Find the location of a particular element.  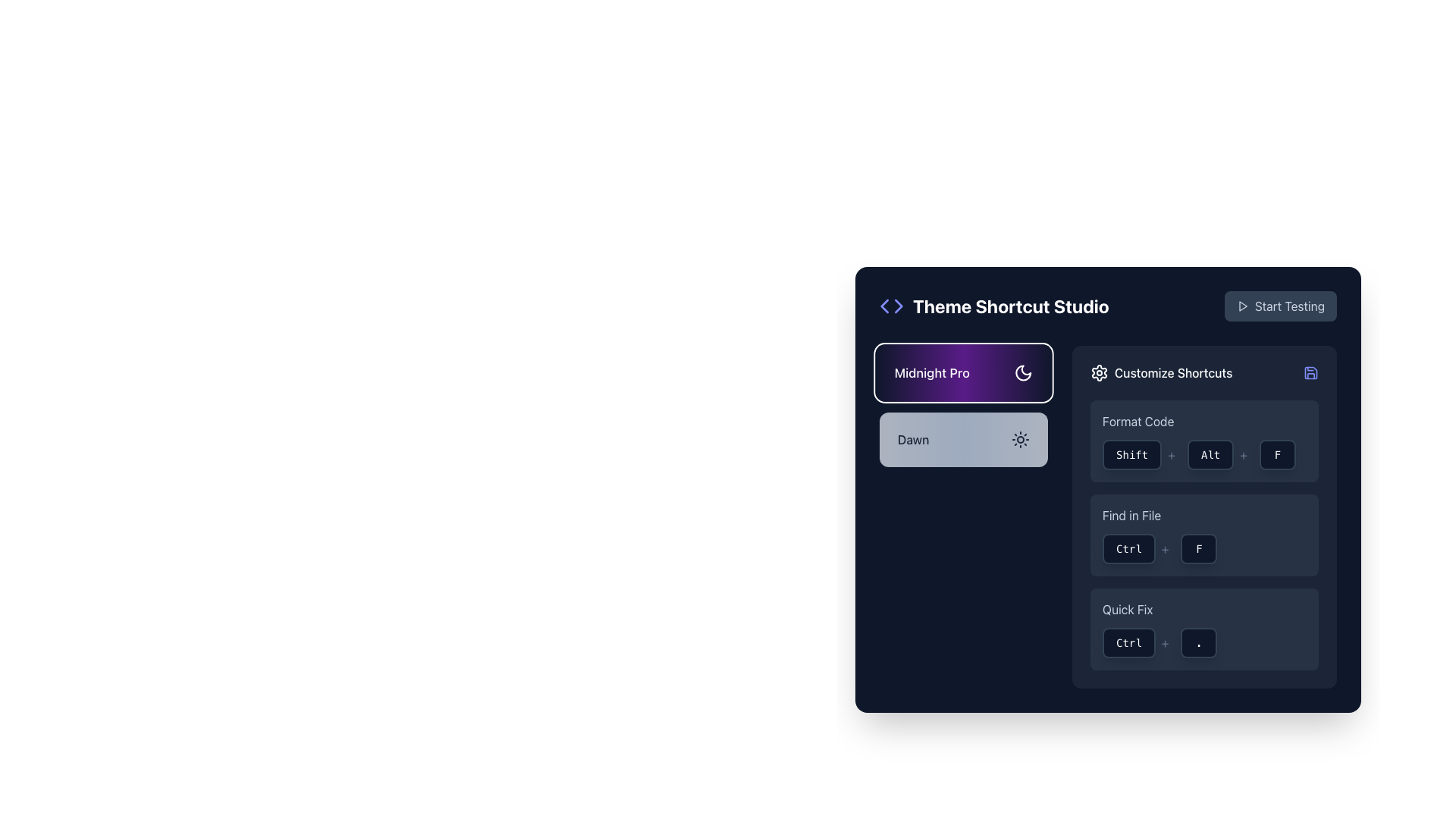

the keyboard shortcut display for 'Ctrl+F' located in the 'Find in File' section on the right sidebar, beneath the 'Customize Shortcuts' header is located at coordinates (1203, 549).